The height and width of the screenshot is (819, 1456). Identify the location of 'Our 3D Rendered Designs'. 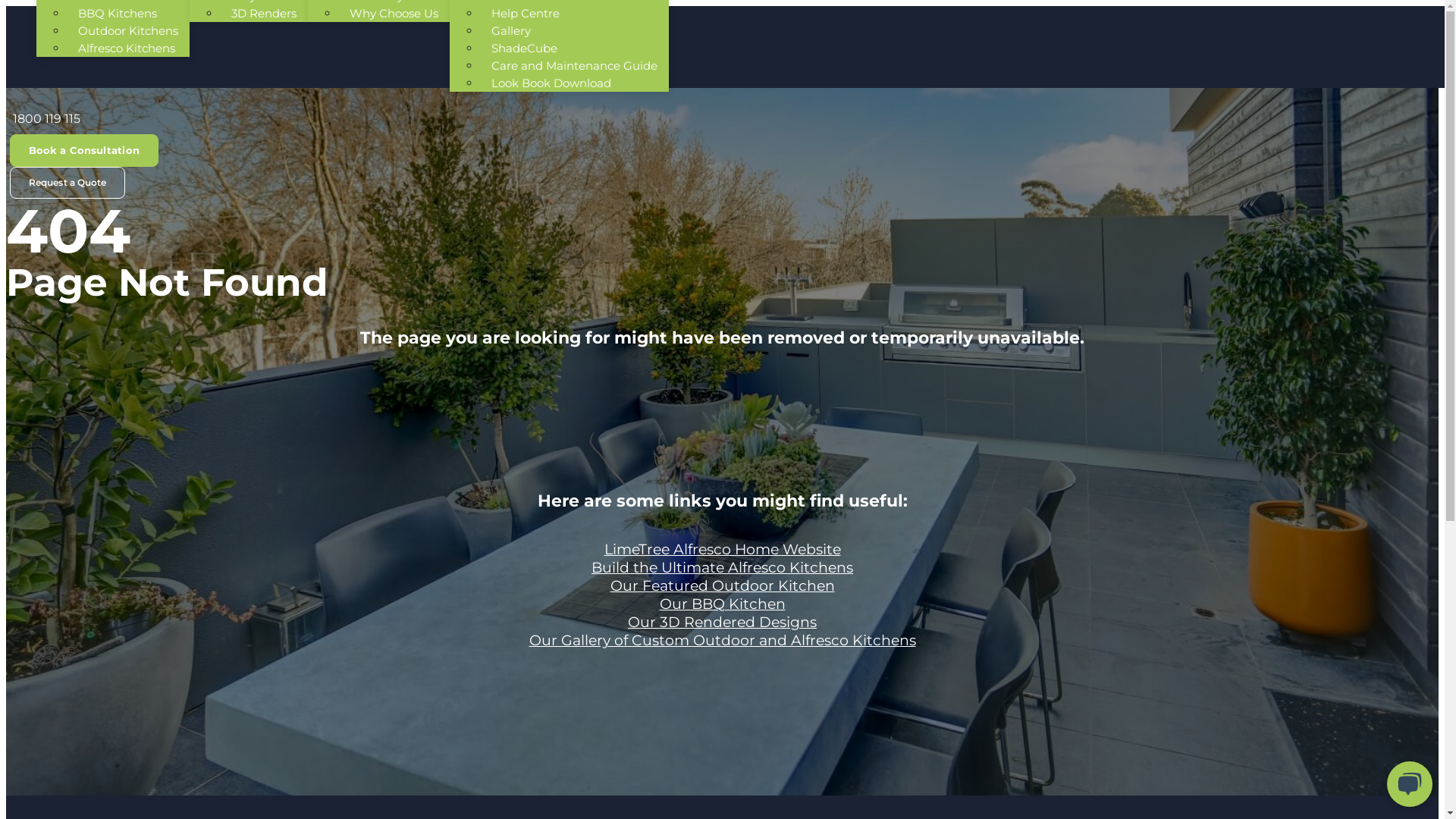
(628, 622).